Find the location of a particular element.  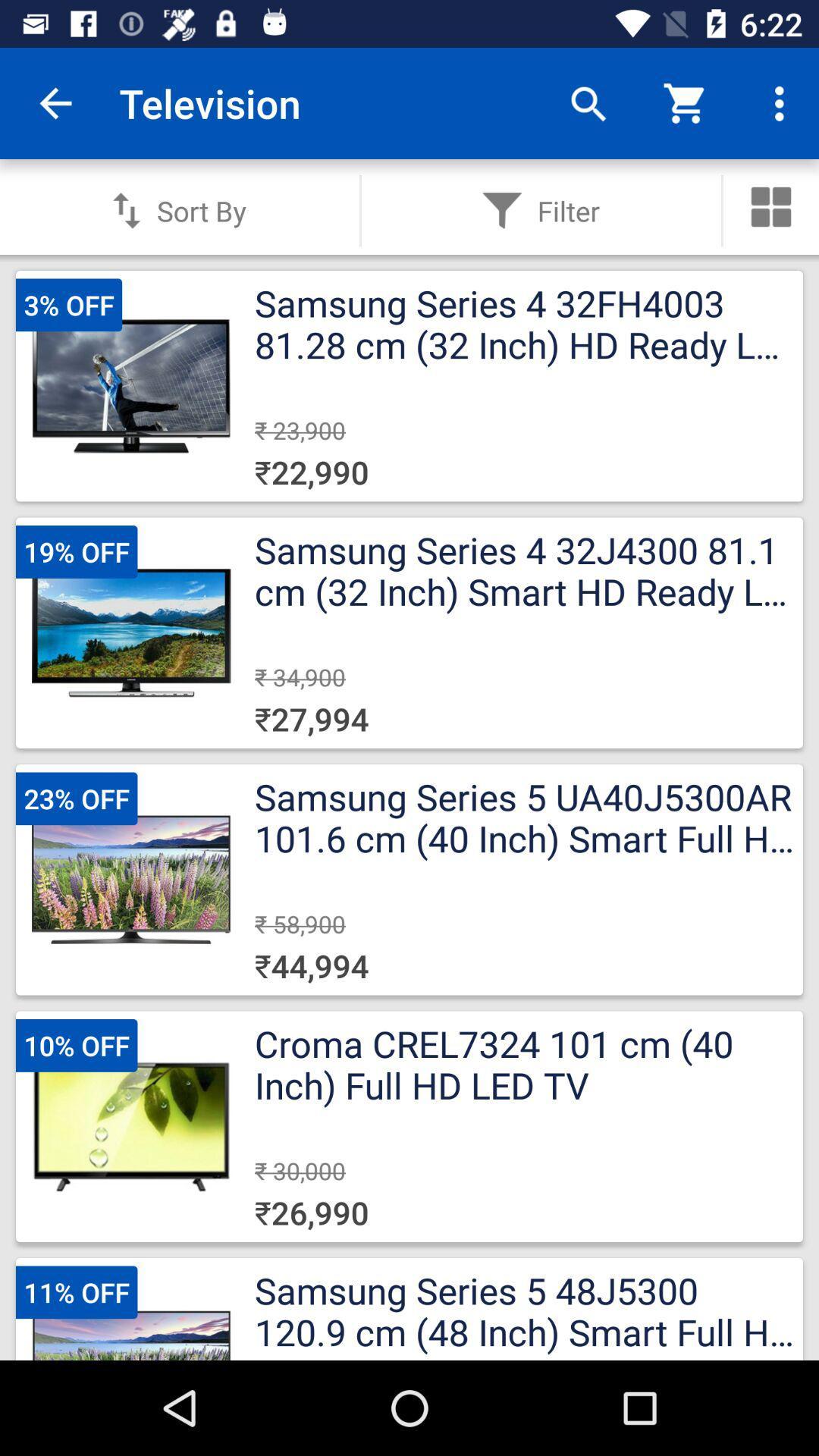

the icon next to the television is located at coordinates (55, 102).